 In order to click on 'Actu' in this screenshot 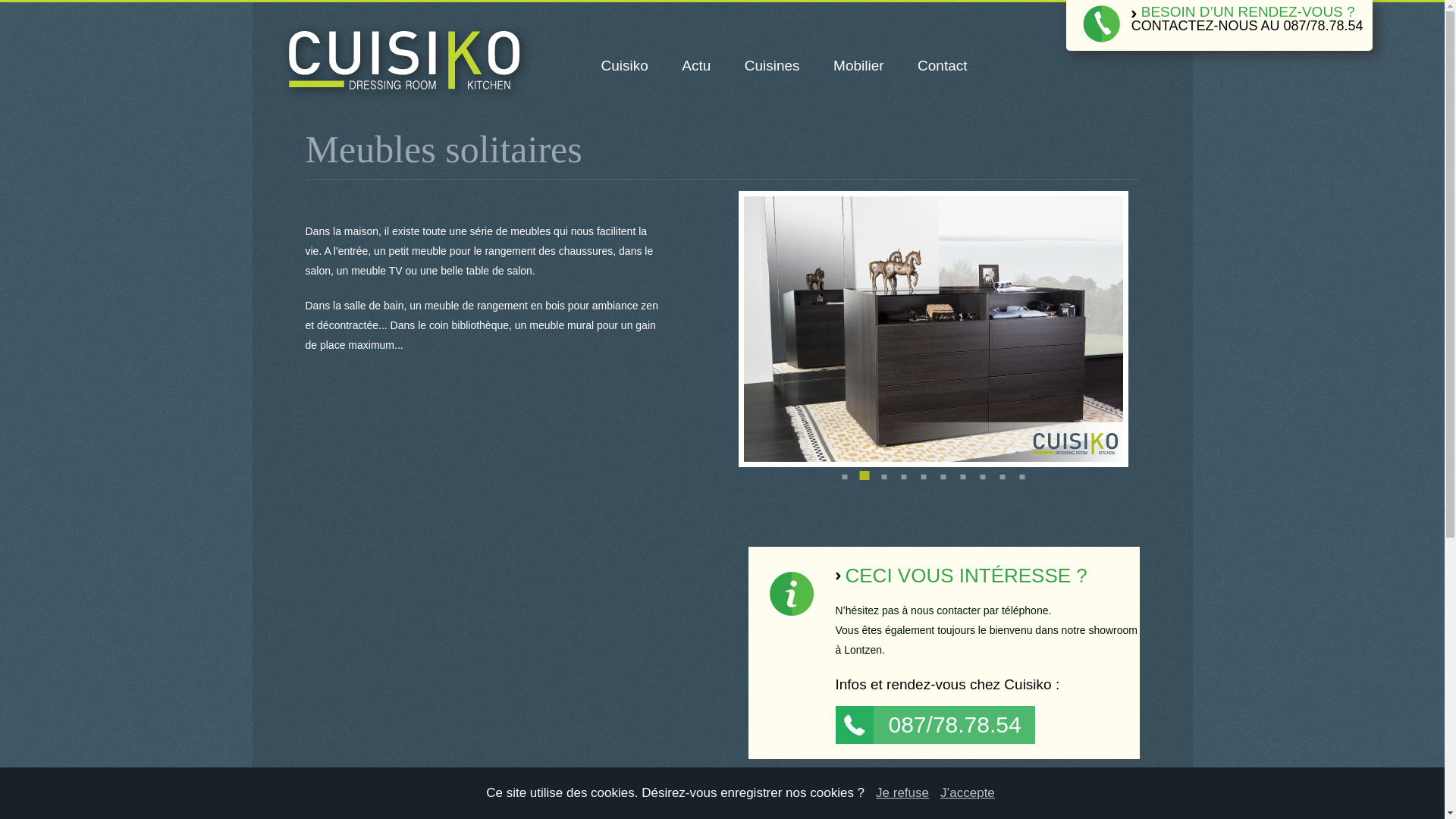, I will do `click(666, 65)`.